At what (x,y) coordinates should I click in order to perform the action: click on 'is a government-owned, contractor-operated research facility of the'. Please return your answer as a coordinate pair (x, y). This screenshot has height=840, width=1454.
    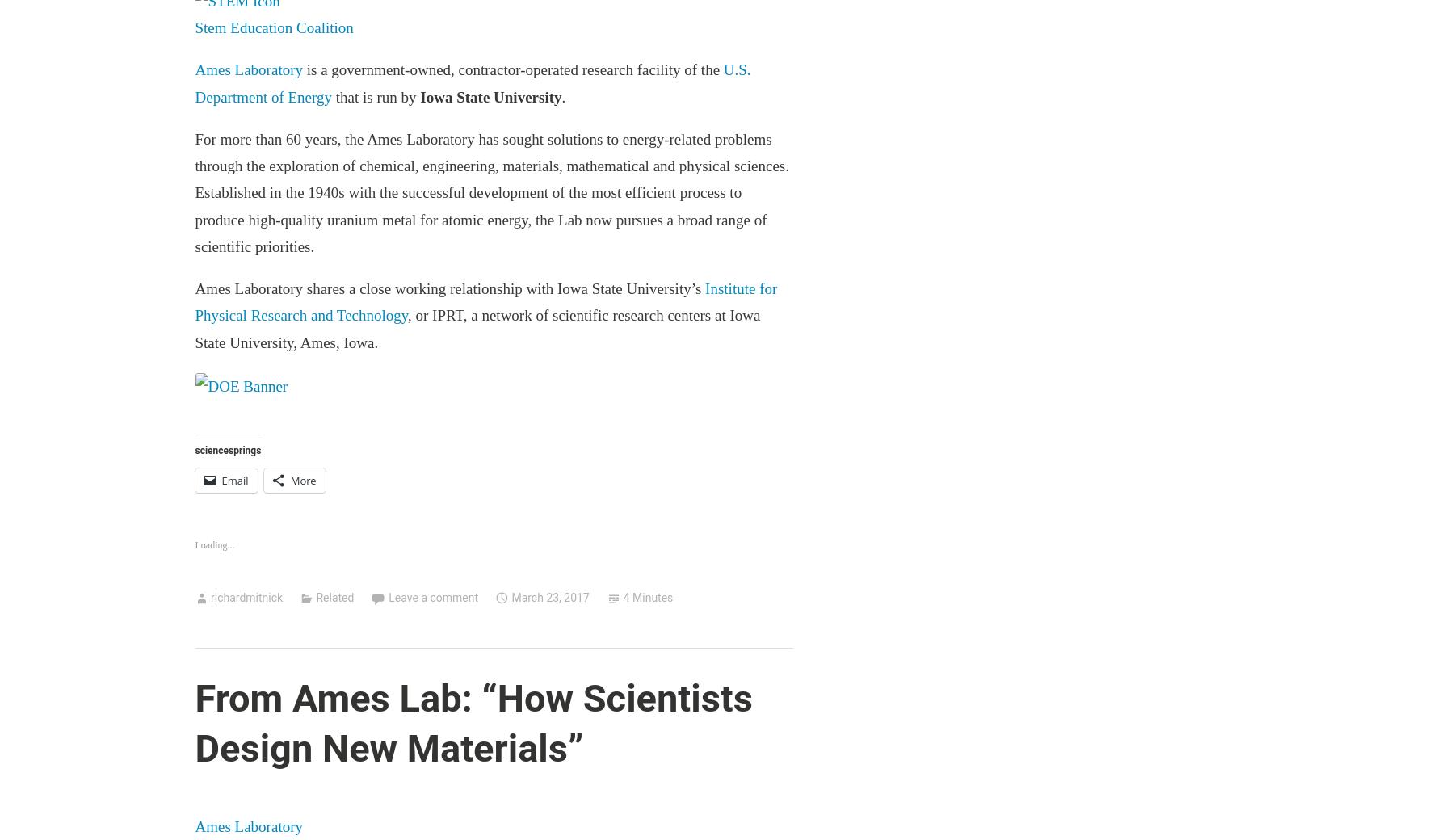
    Looking at the image, I should click on (512, 69).